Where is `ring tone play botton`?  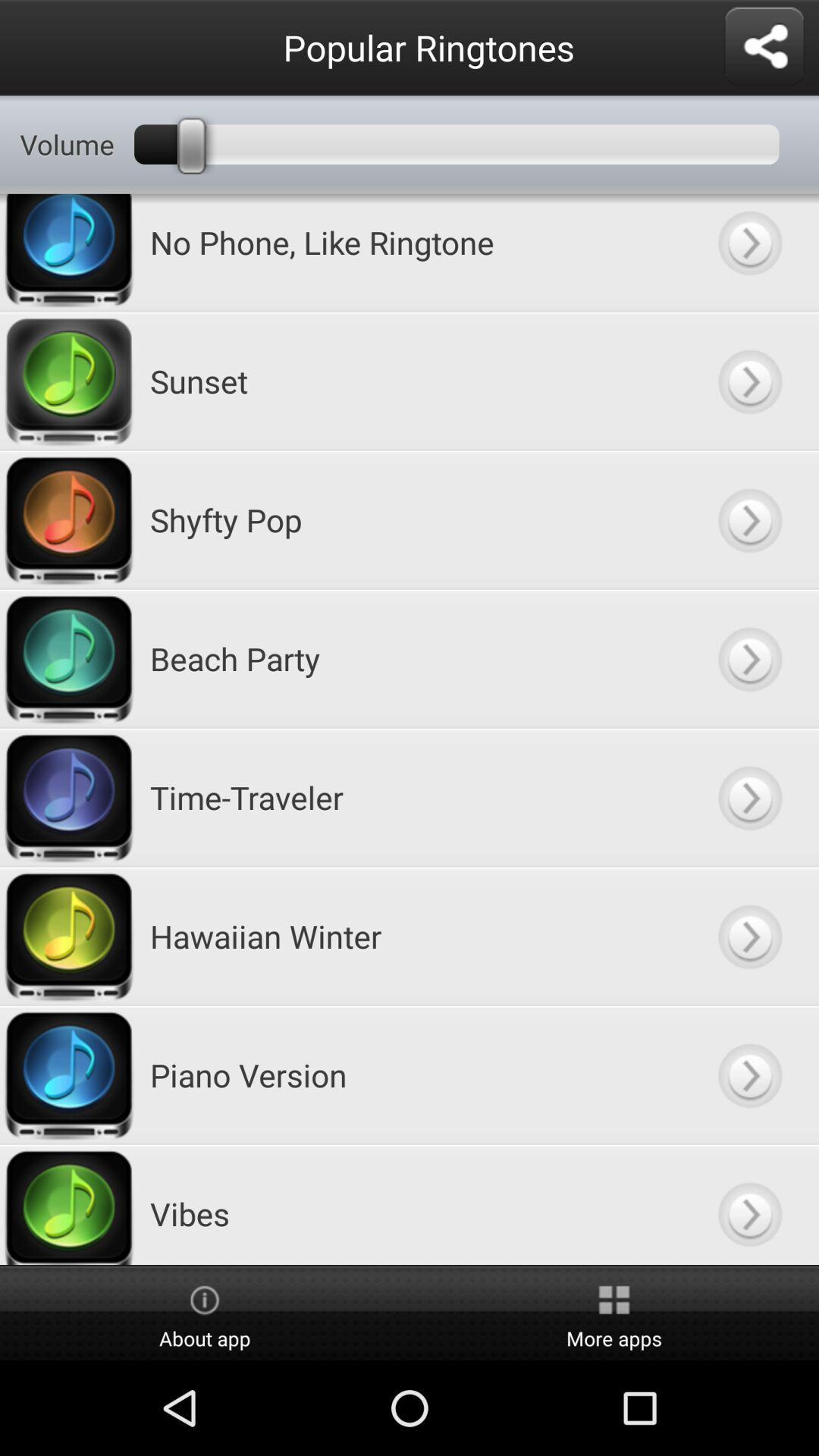 ring tone play botton is located at coordinates (748, 381).